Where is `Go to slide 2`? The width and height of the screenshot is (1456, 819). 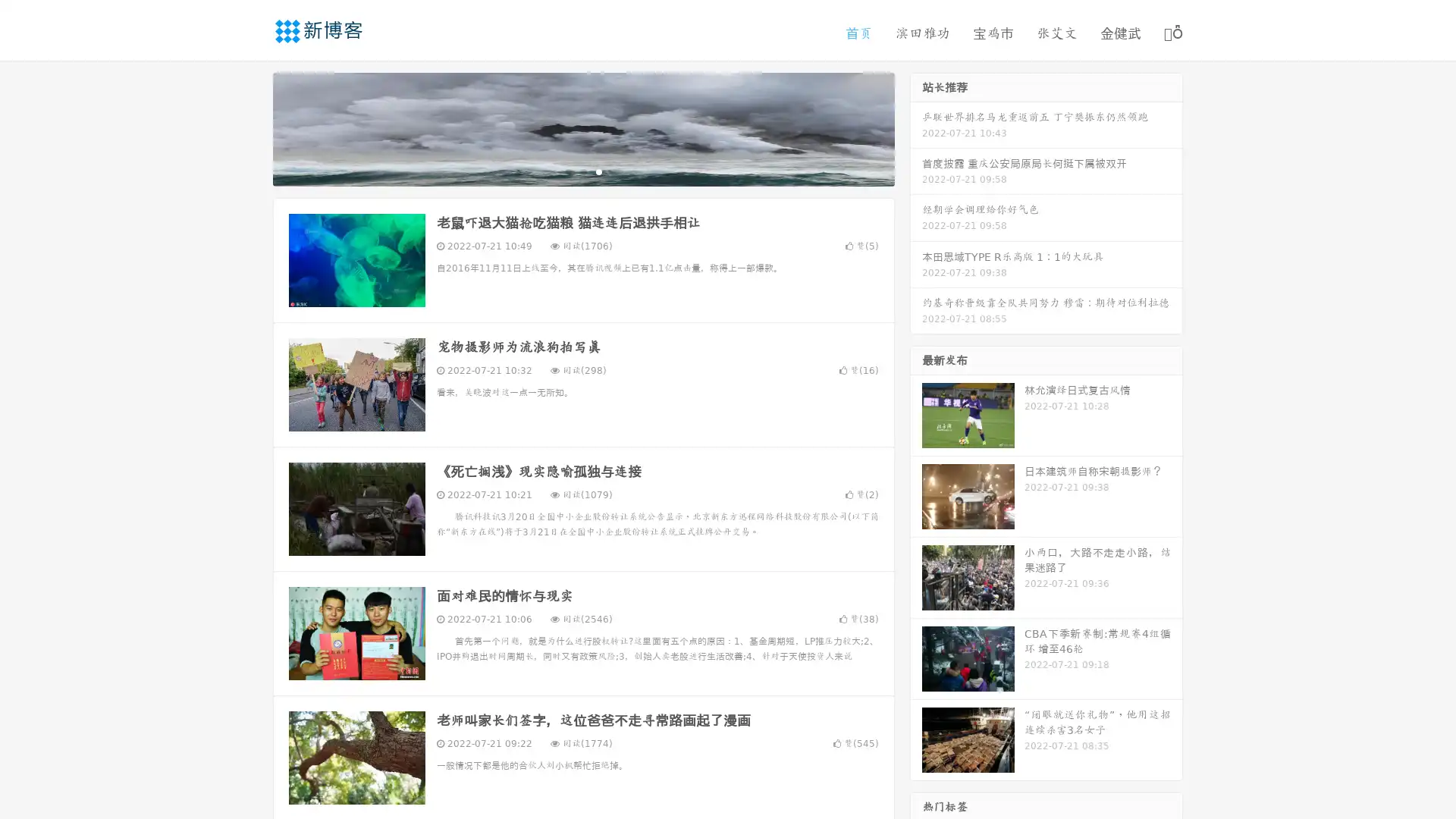
Go to slide 2 is located at coordinates (582, 171).